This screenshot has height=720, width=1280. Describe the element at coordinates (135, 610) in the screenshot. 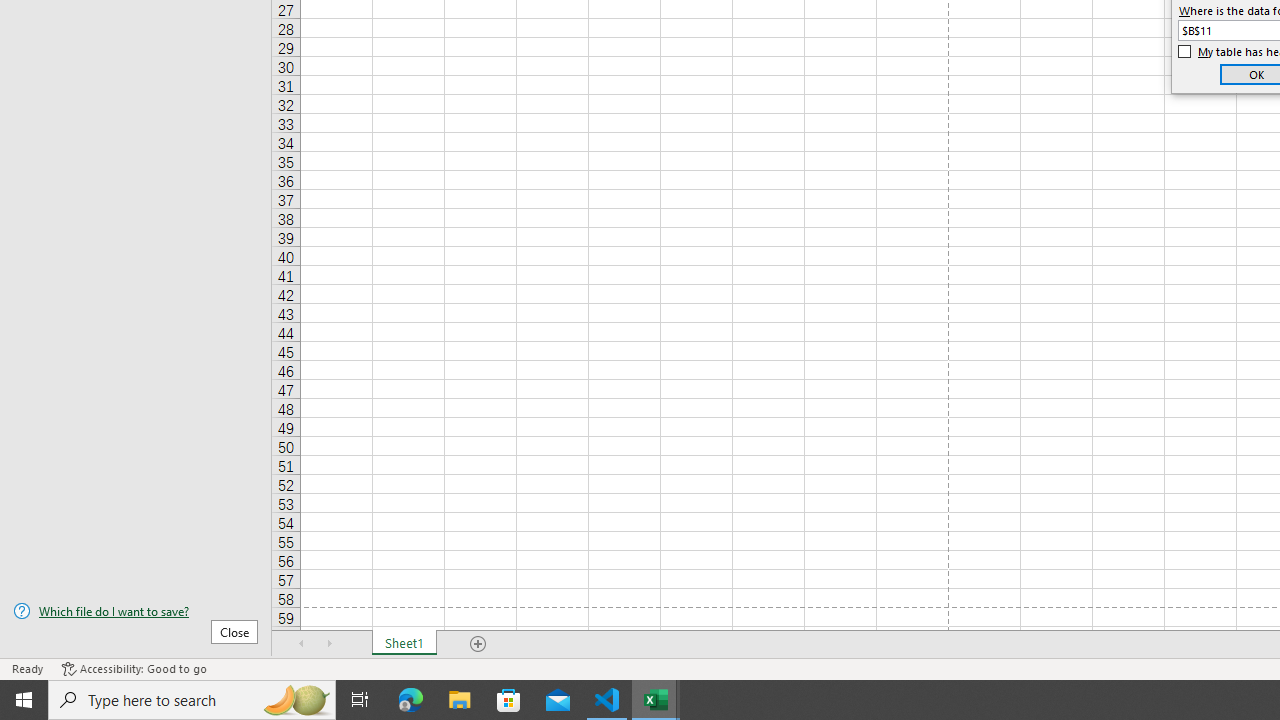

I see `'Which file do I want to save?'` at that location.